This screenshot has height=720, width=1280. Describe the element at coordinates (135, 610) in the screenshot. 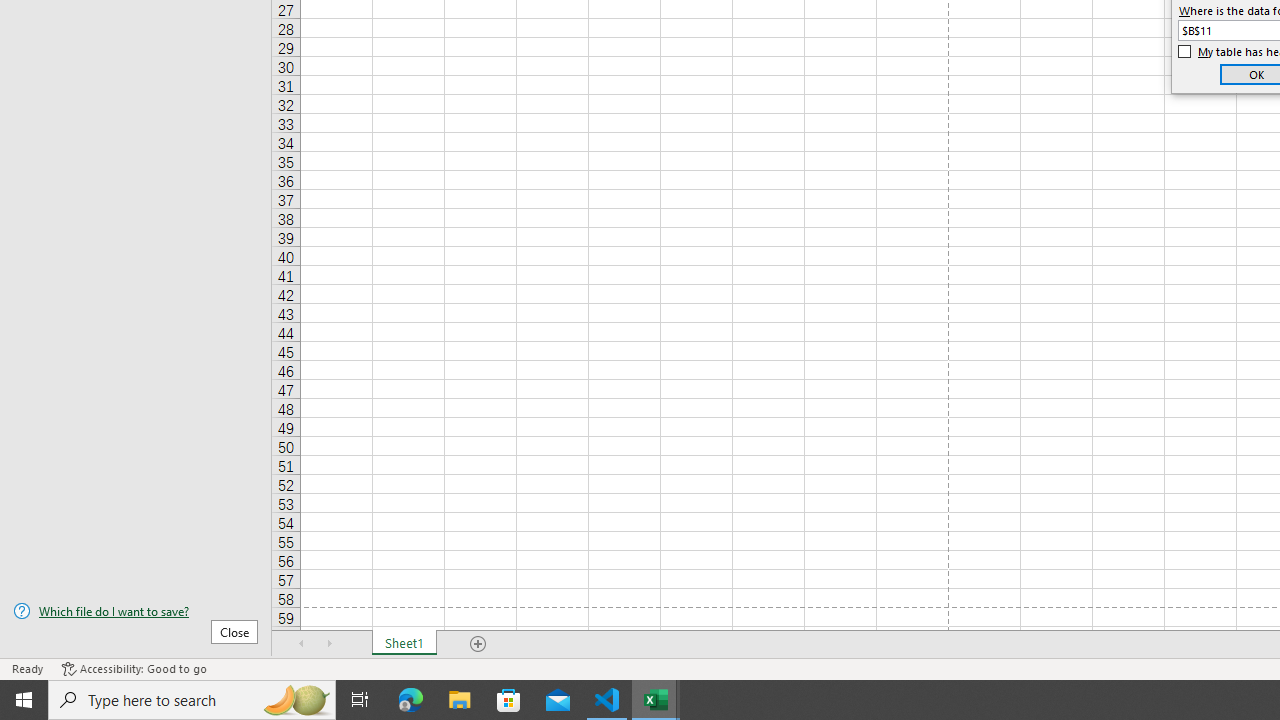

I see `'Which file do I want to save?'` at that location.